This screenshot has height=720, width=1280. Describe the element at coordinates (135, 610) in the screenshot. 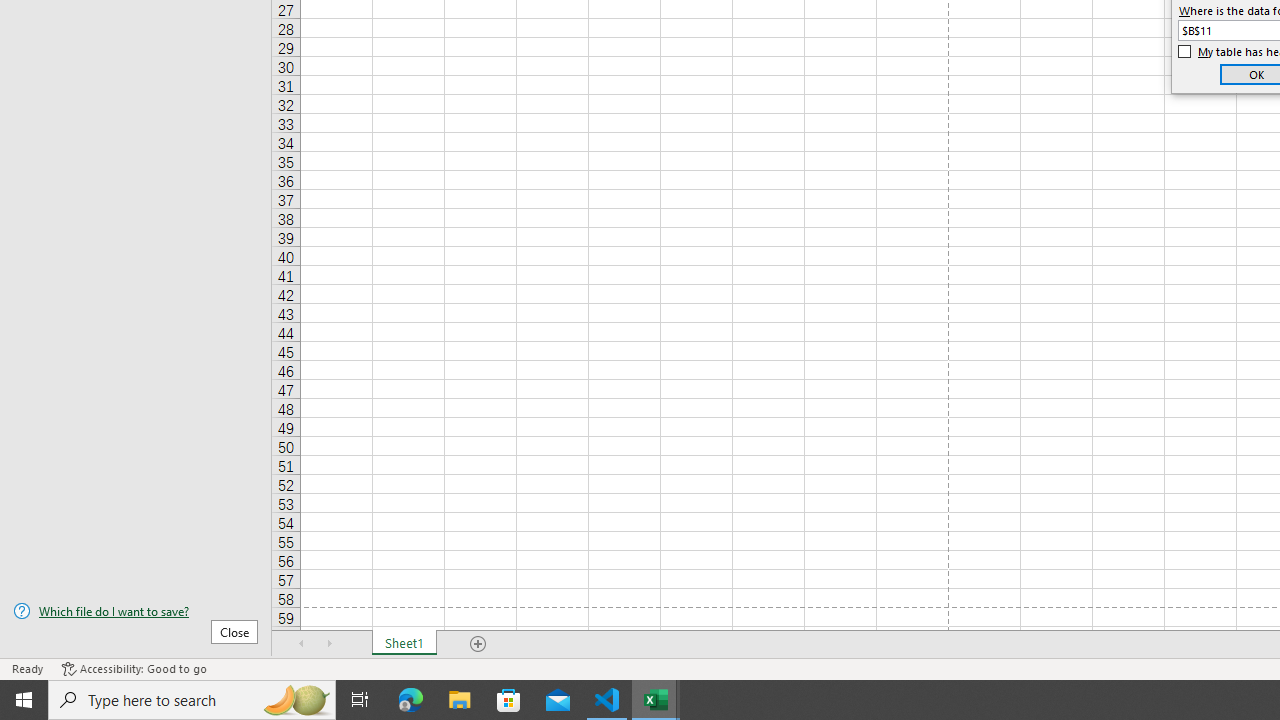

I see `'Which file do I want to save?'` at that location.